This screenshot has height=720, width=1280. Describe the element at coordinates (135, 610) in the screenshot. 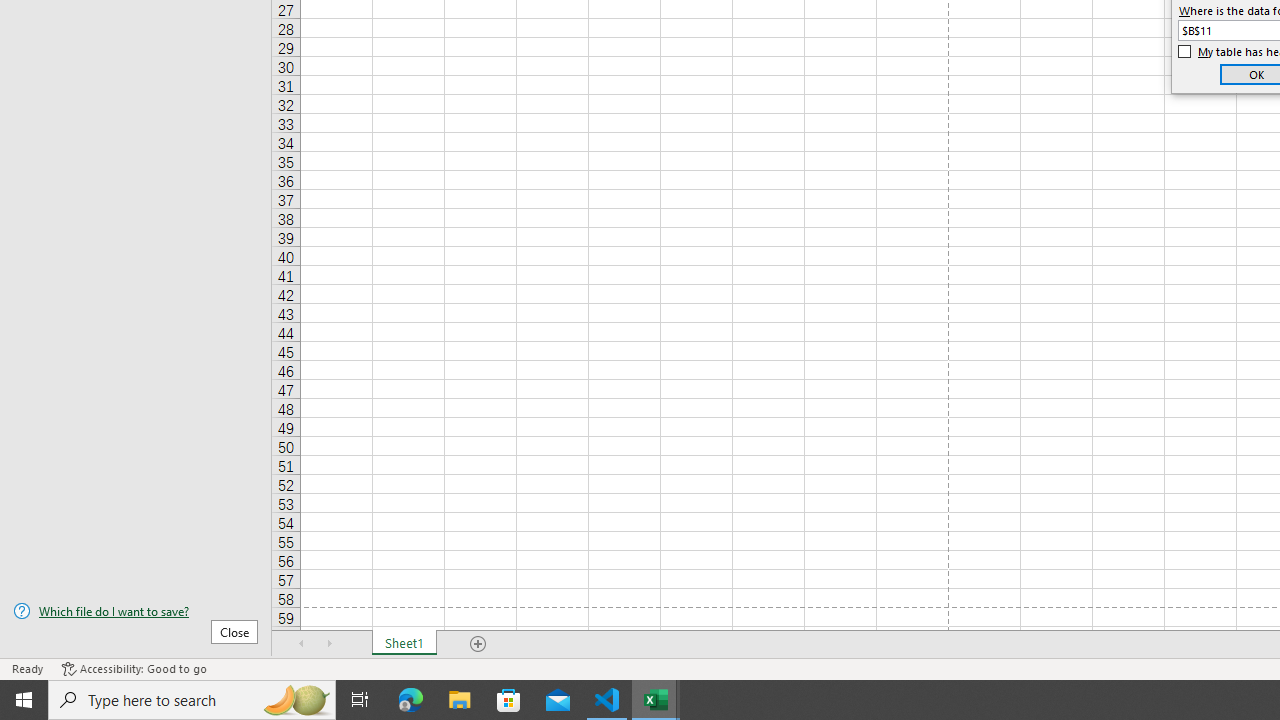

I see `'Which file do I want to save?'` at that location.